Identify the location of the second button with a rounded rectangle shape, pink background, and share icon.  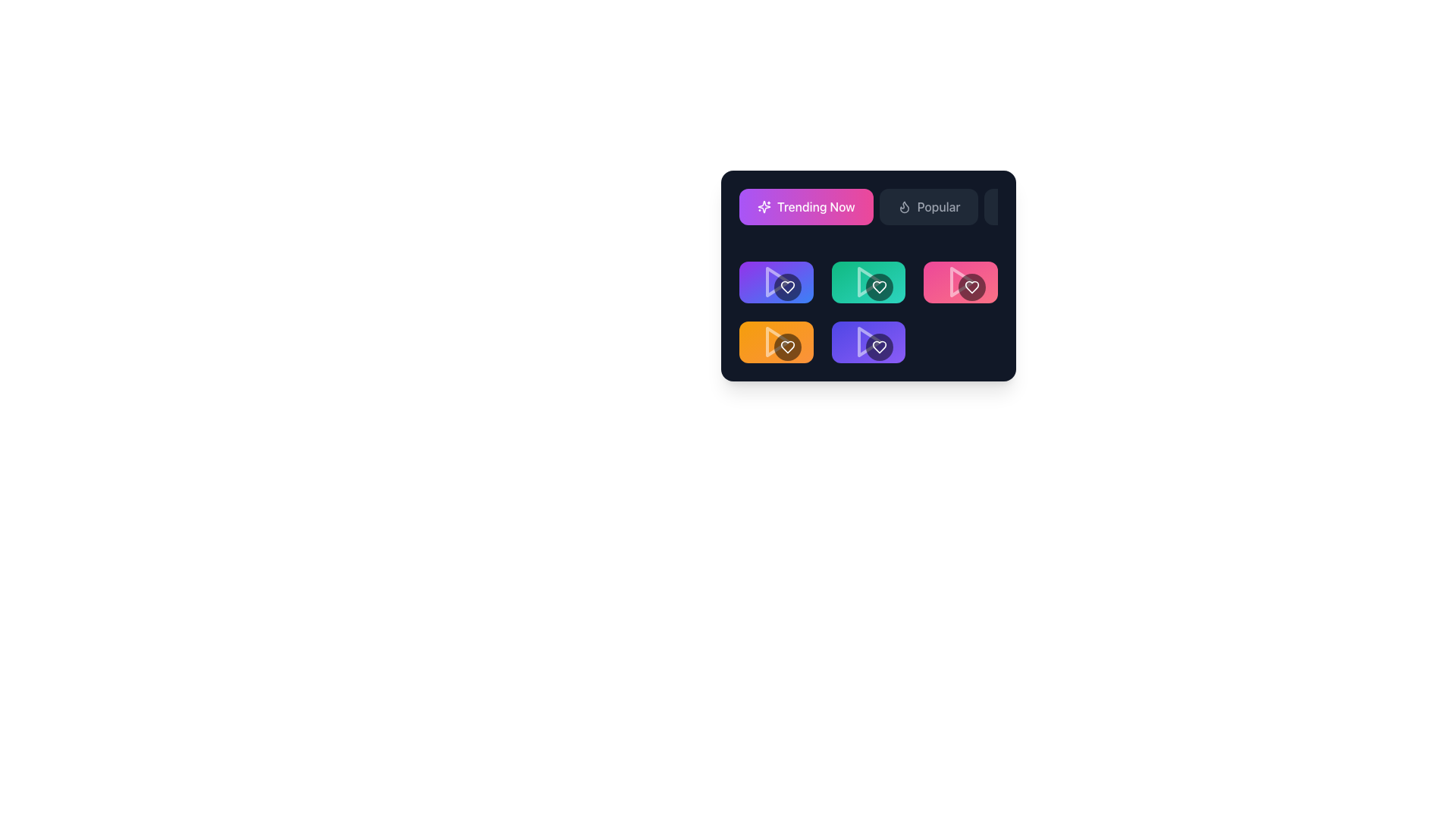
(944, 275).